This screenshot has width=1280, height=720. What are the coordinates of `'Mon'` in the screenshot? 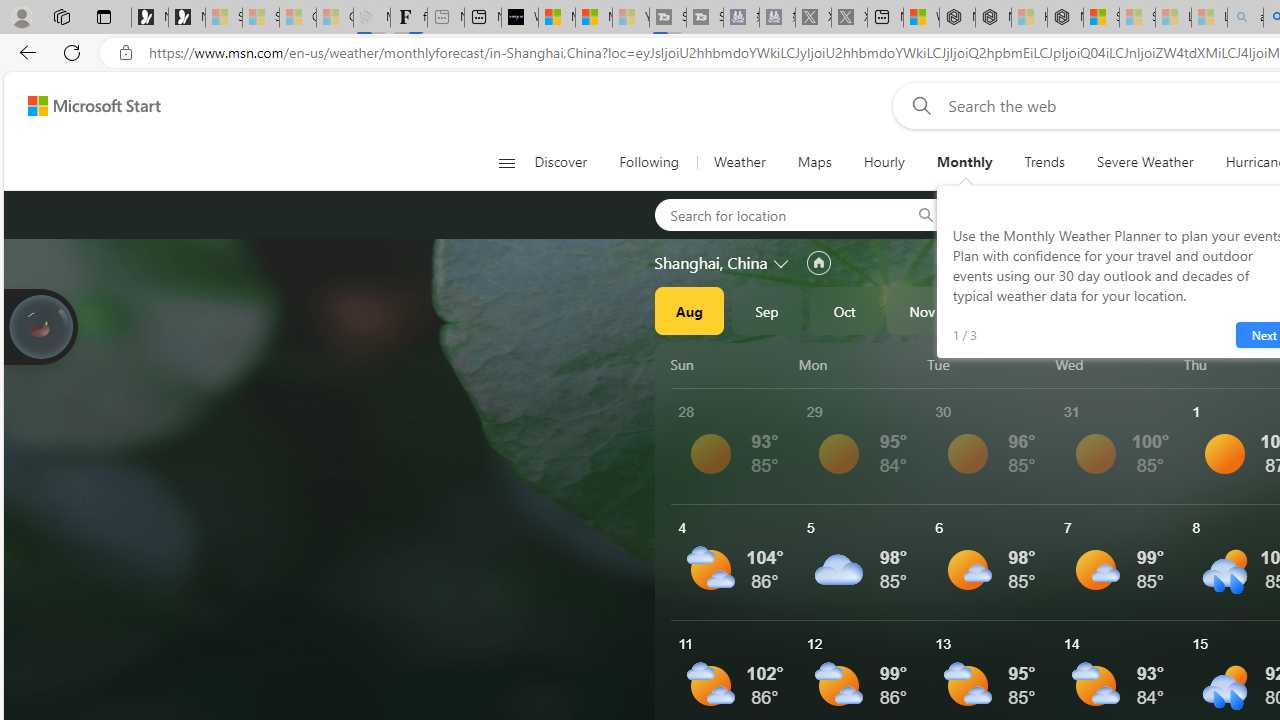 It's located at (859, 364).